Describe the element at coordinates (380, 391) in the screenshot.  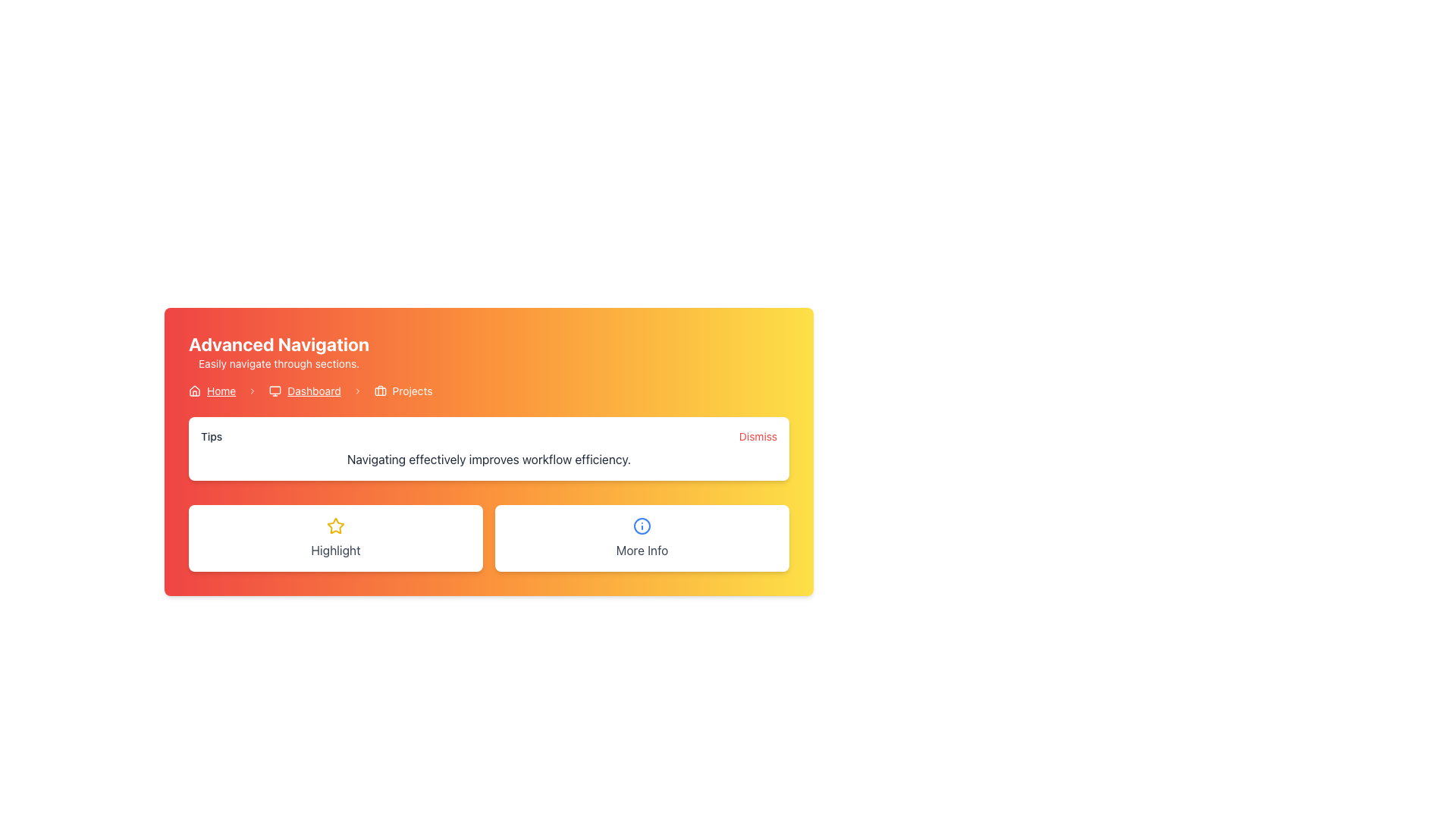
I see `the minimalistic rectangular element located within the briefcase icon at the top-right corner of the interface` at that location.